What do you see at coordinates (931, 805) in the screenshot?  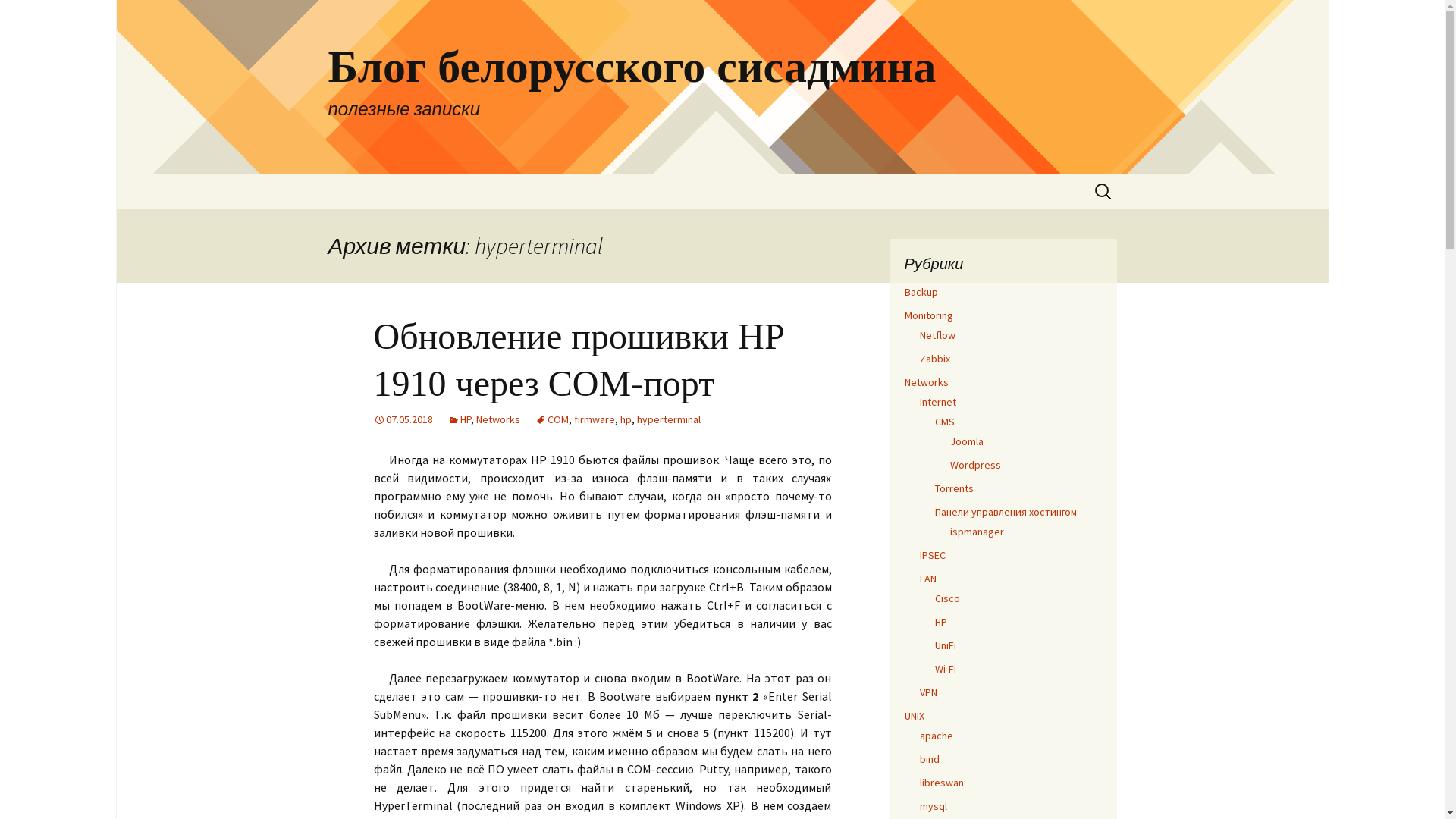 I see `'mysql'` at bounding box center [931, 805].